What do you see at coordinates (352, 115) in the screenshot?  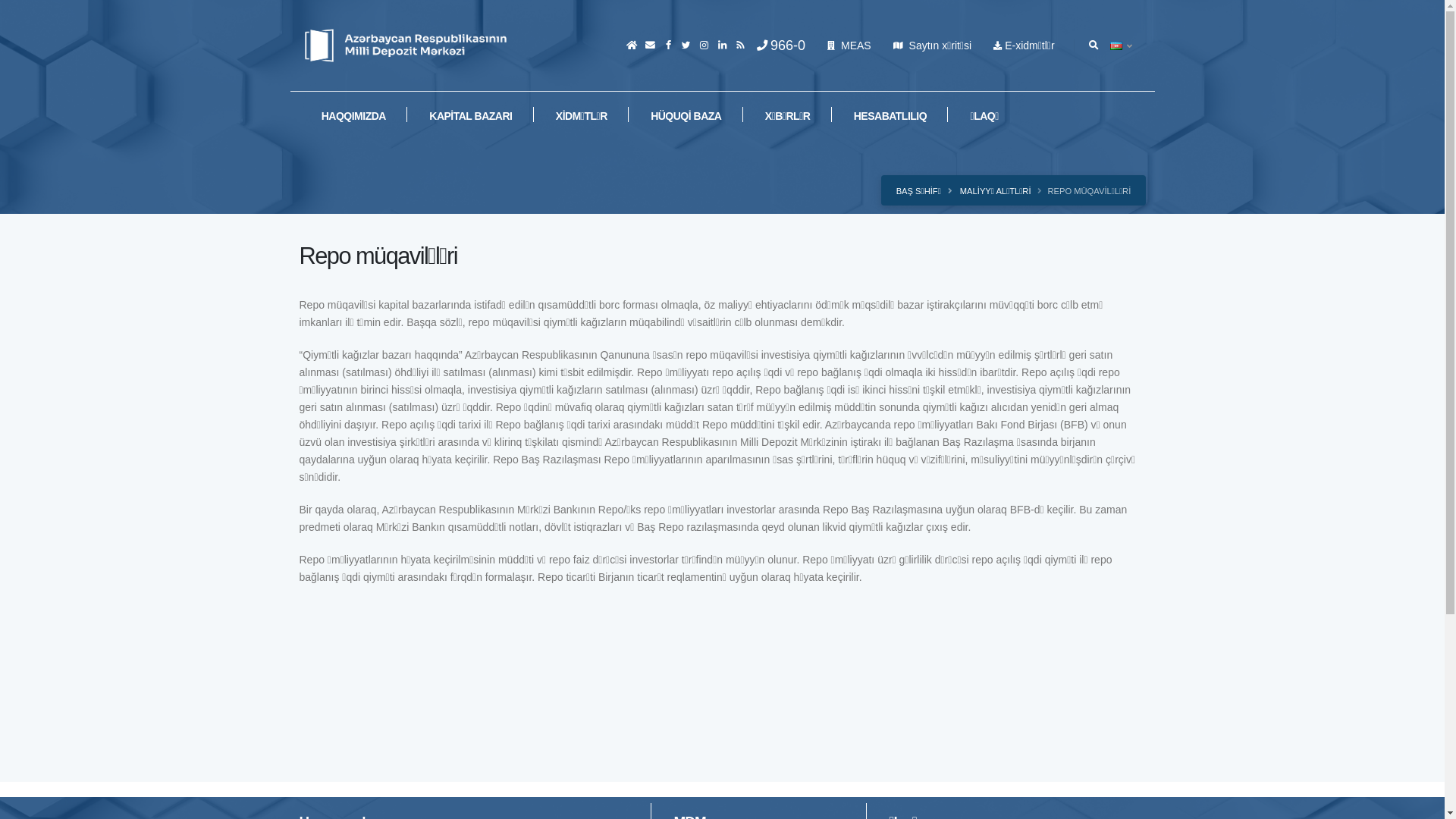 I see `'HAQQIMIZDA'` at bounding box center [352, 115].